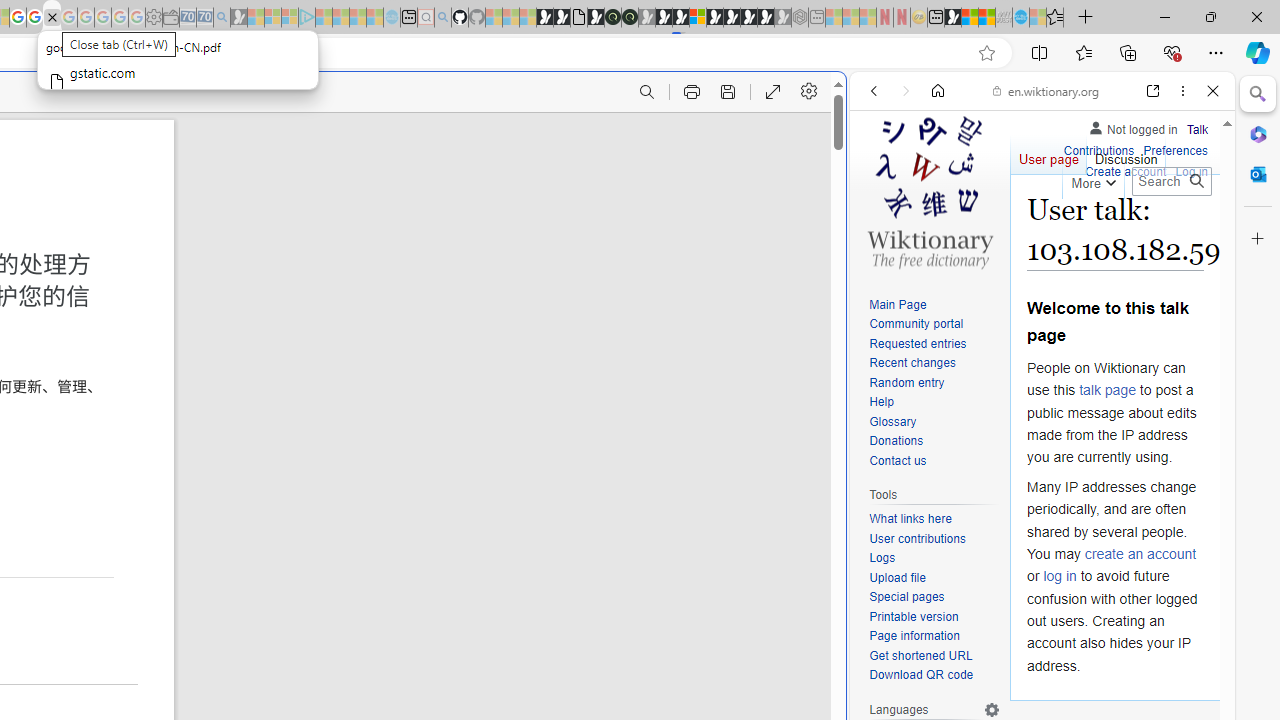 This screenshot has width=1280, height=720. Describe the element at coordinates (934, 616) in the screenshot. I see `'Printable version'` at that location.